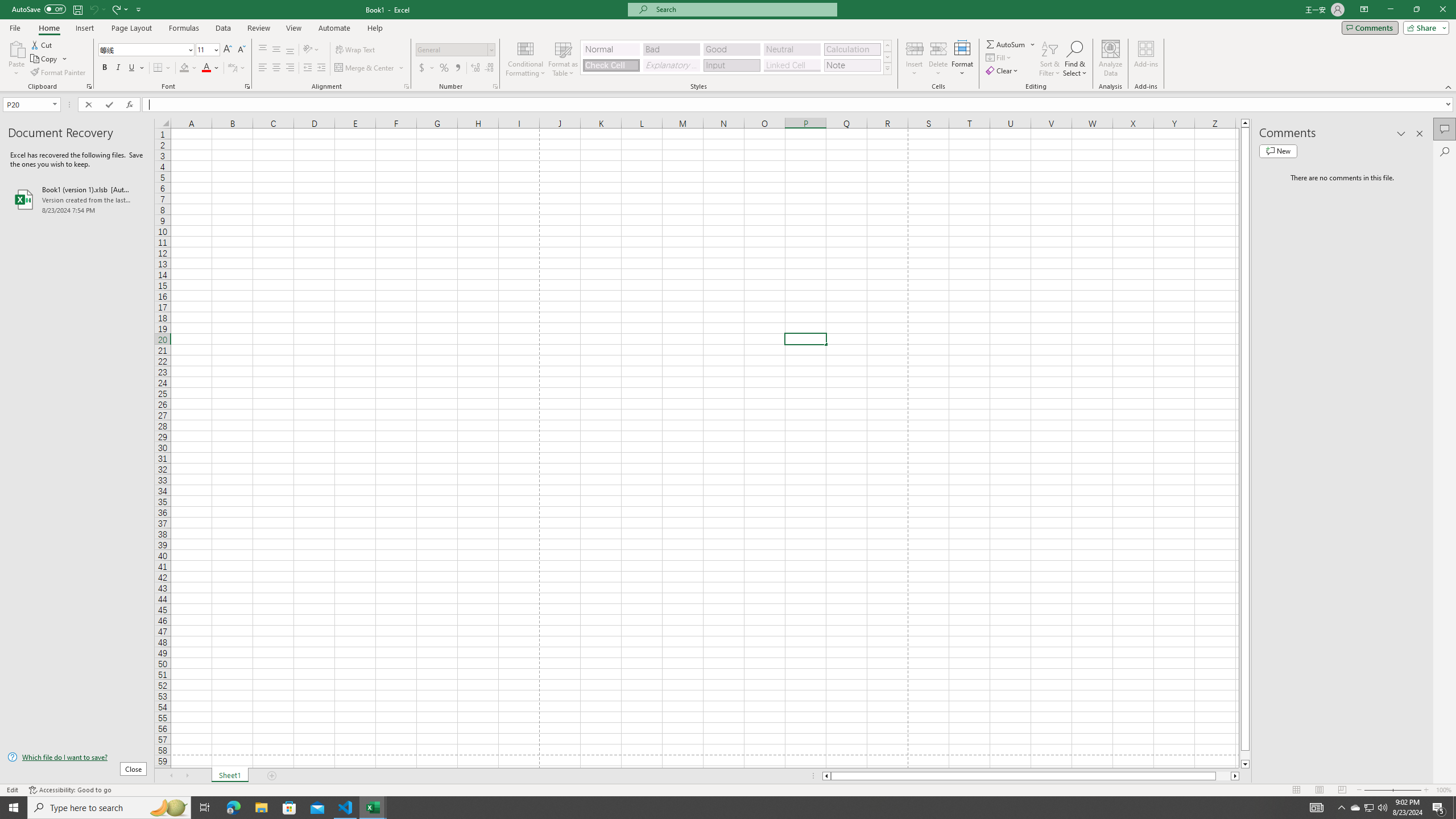 The width and height of the screenshot is (1456, 819). Describe the element at coordinates (183, 67) in the screenshot. I see `'Fill Color RGB(255, 255, 0)'` at that location.